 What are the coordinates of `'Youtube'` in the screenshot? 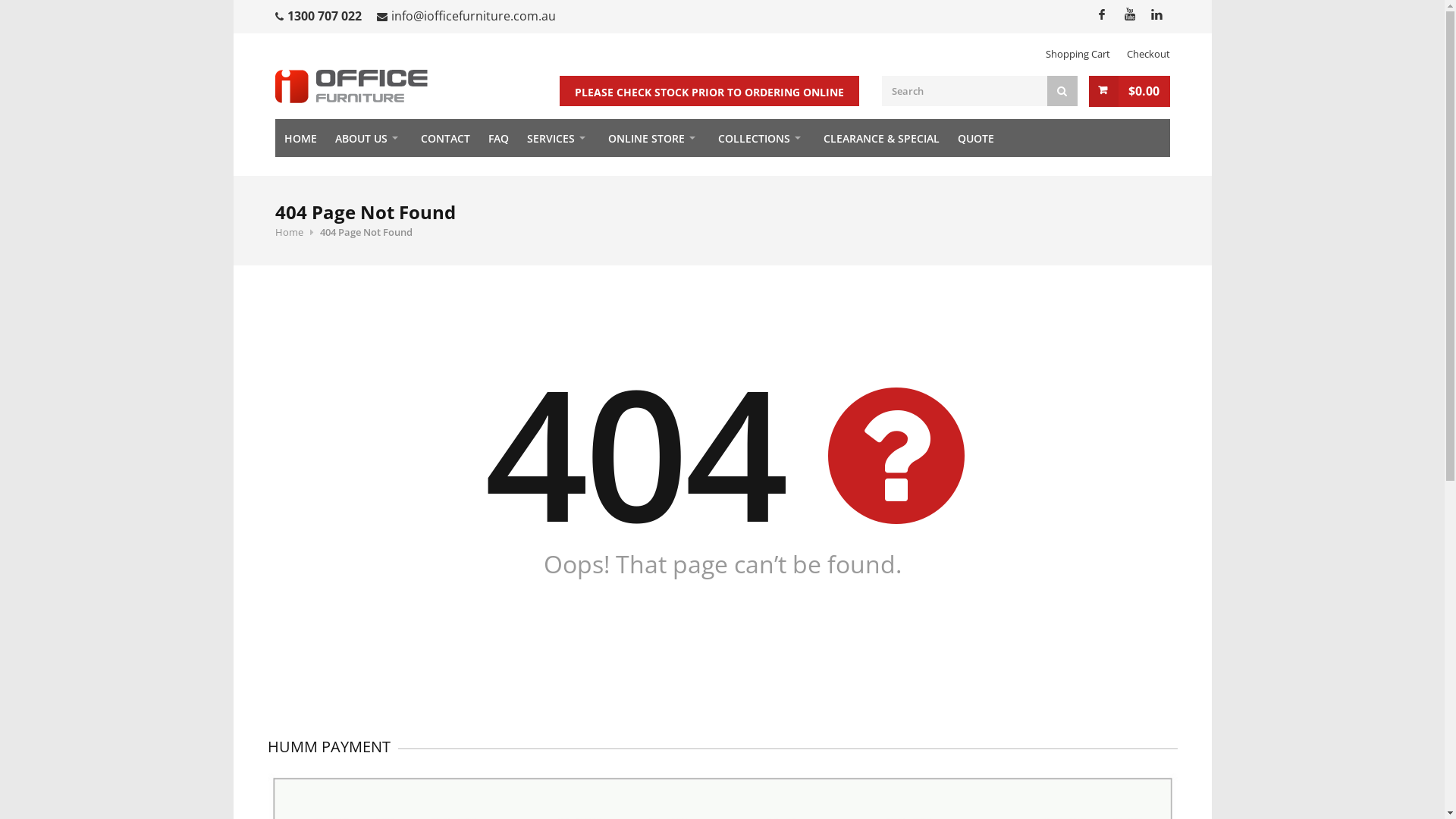 It's located at (1114, 14).